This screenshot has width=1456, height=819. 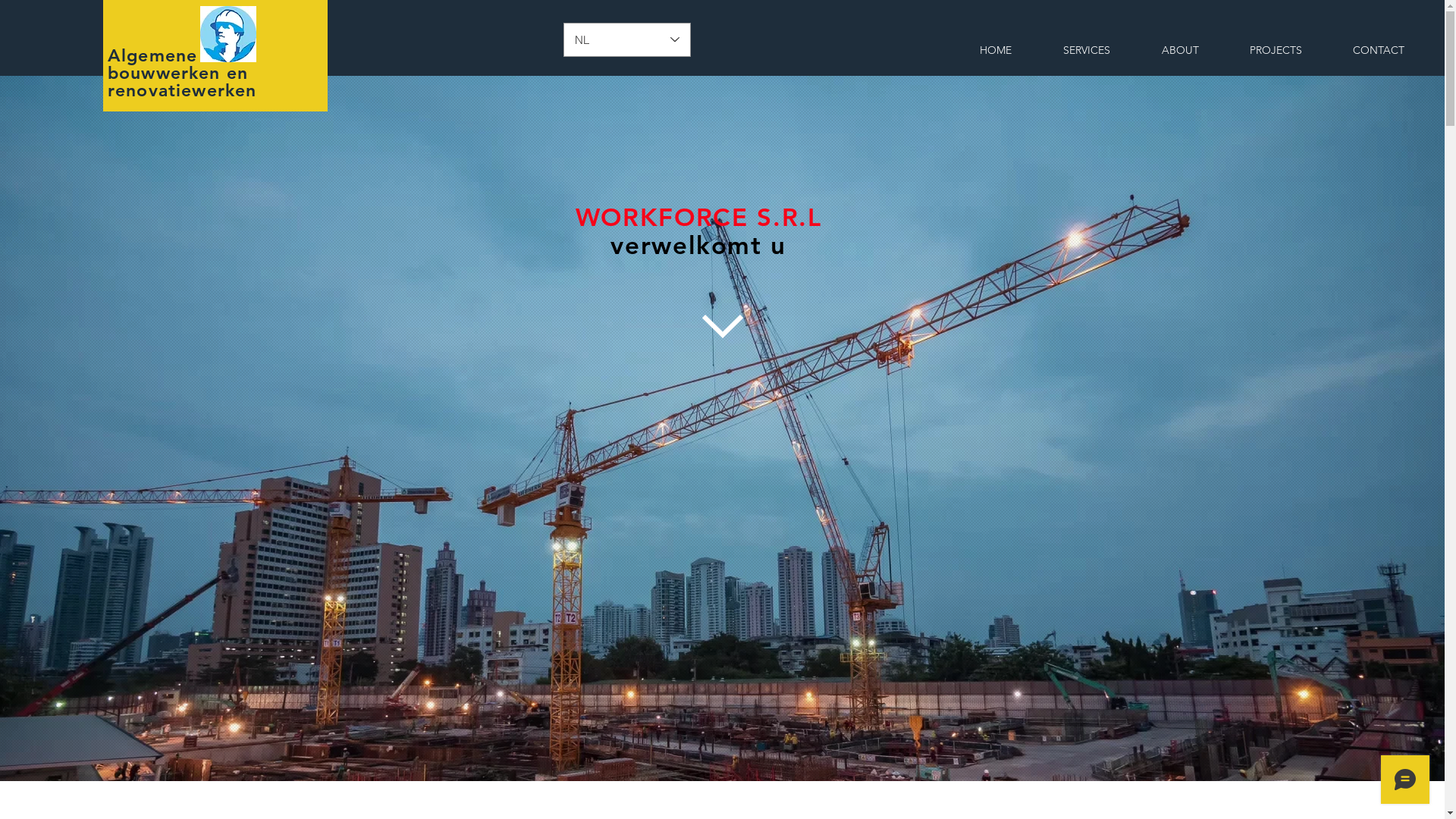 What do you see at coordinates (1178, 49) in the screenshot?
I see `'ABOUT'` at bounding box center [1178, 49].